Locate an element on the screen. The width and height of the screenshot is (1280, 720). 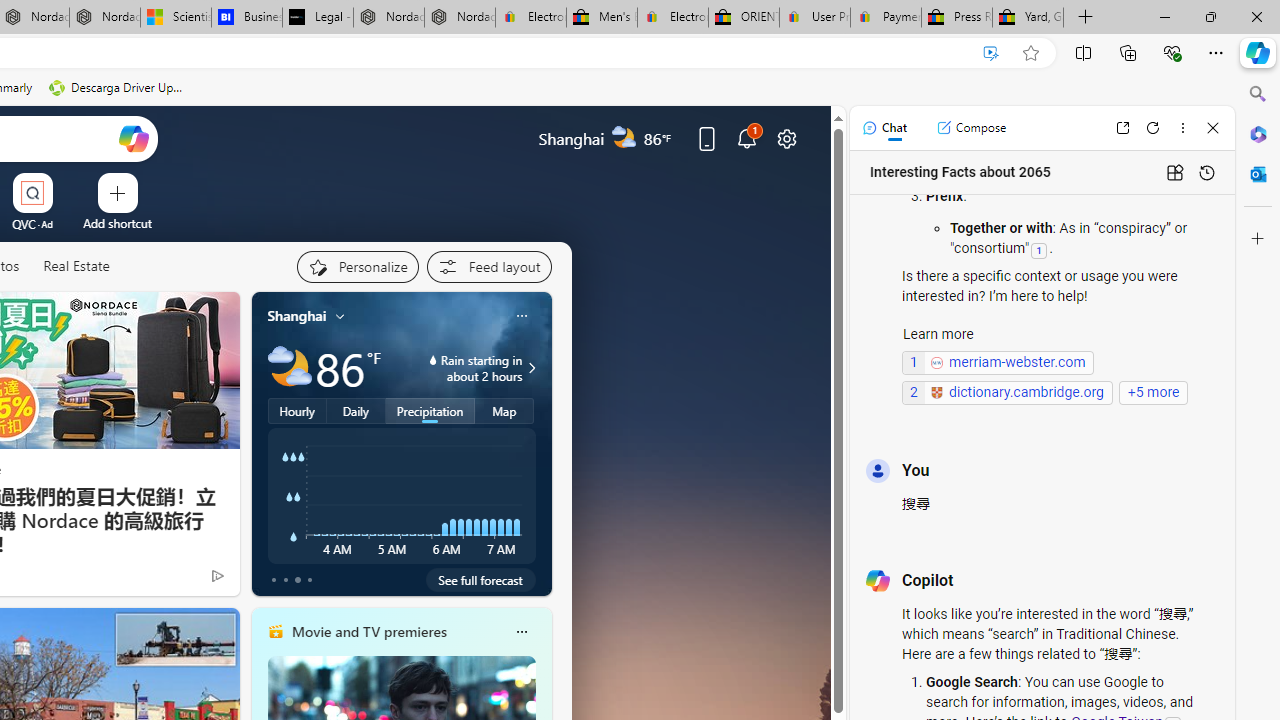
'Daily' is located at coordinates (356, 410).